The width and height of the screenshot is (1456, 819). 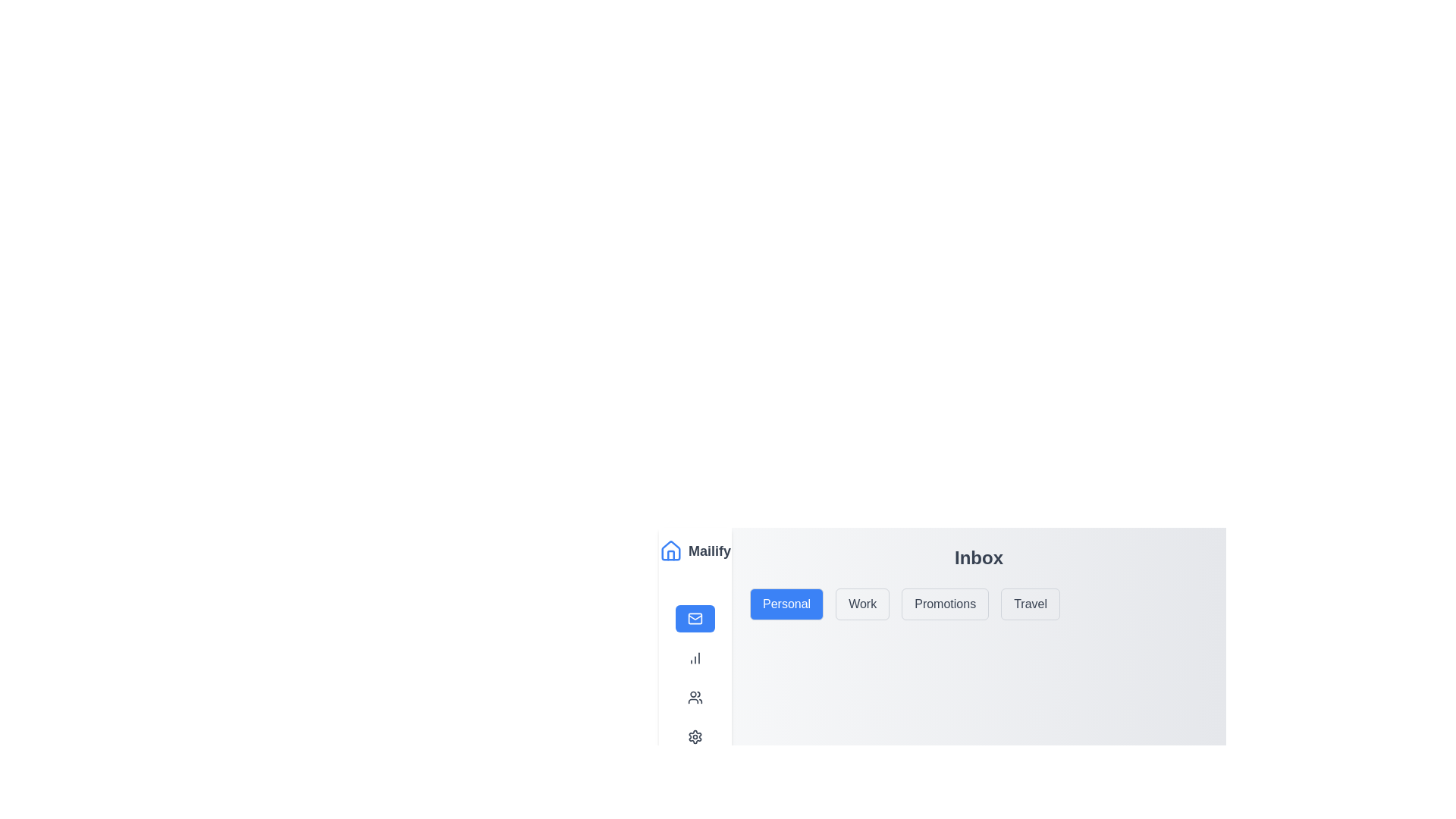 I want to click on the 'Travel' category selection button located in the horizontal button group, positioned below the 'Inbox' header, so click(x=1030, y=604).